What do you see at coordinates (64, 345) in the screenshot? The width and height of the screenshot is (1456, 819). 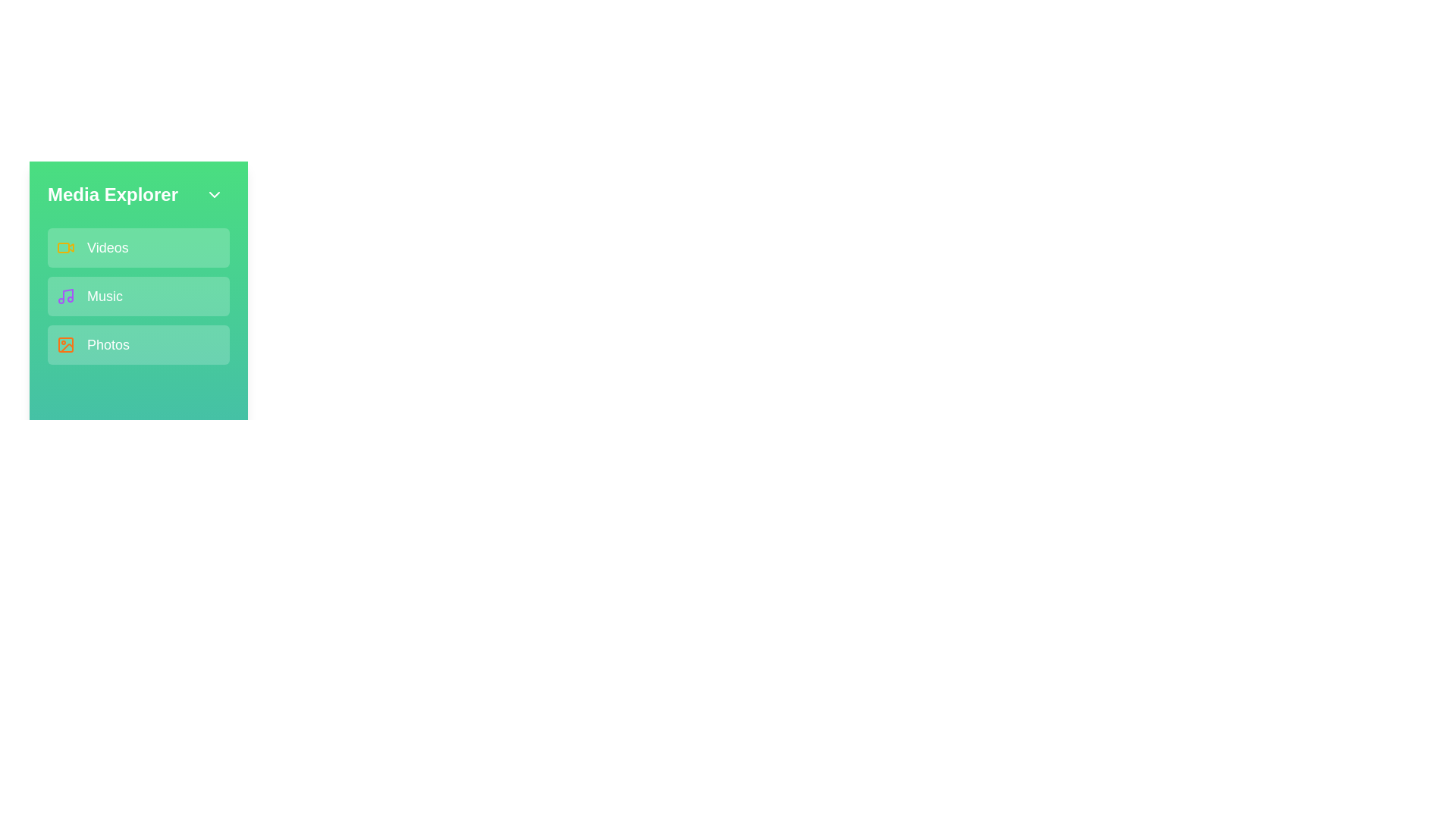 I see `the Photos icon to interact with it` at bounding box center [64, 345].